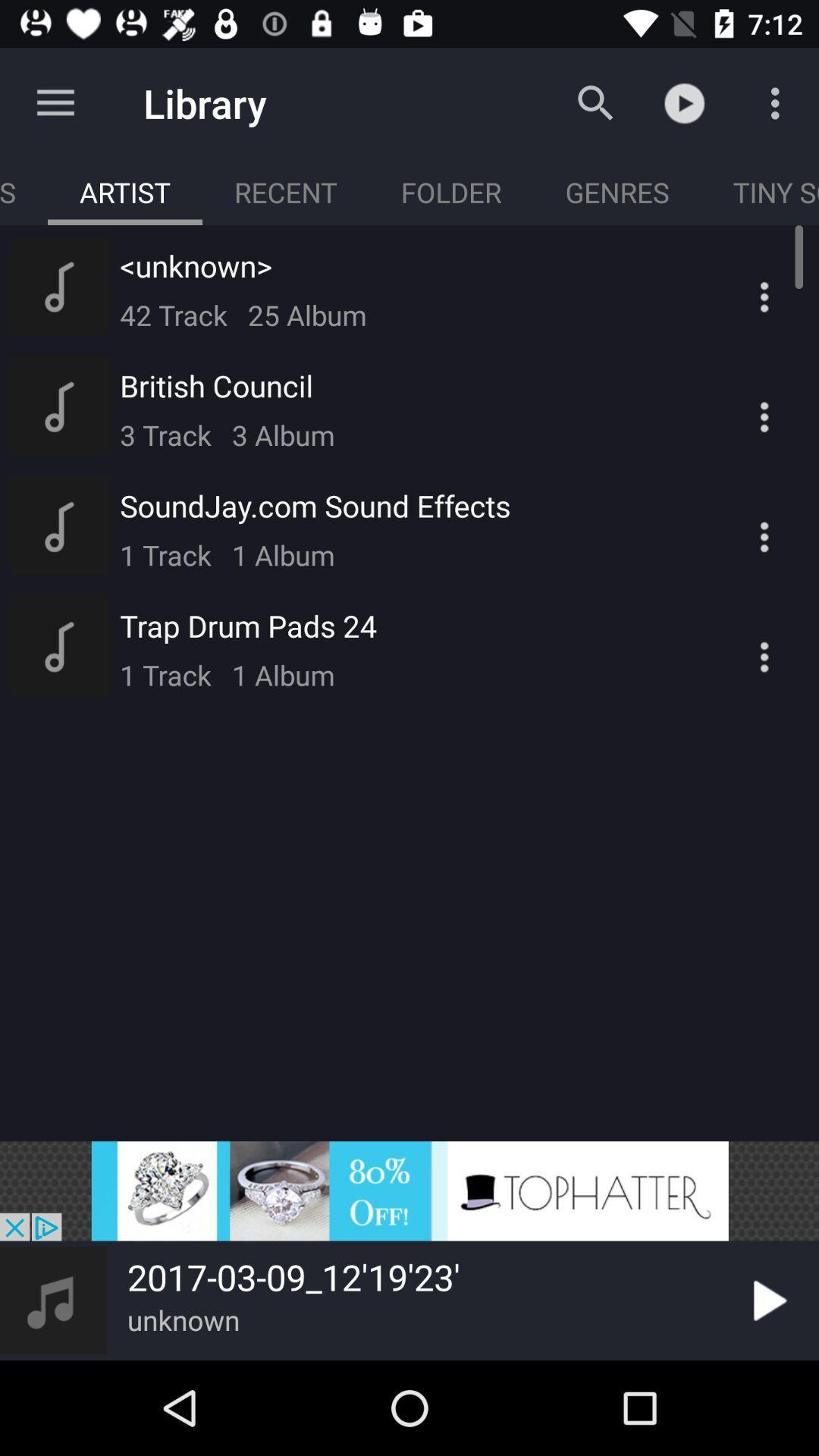 The height and width of the screenshot is (1456, 819). I want to click on icon which is at the last of the list, so click(737, 645).